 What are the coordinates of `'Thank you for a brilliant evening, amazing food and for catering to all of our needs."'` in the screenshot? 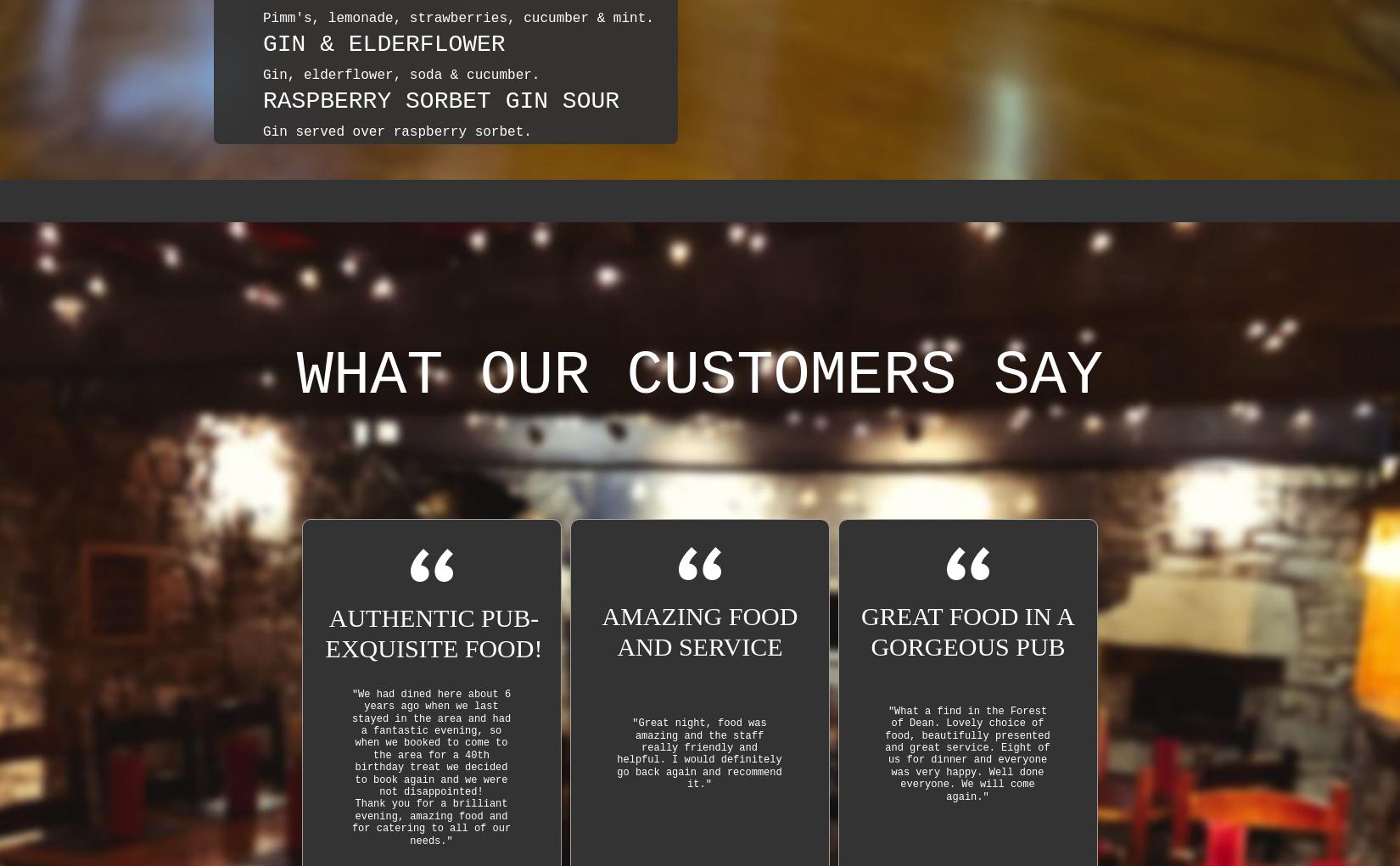 It's located at (430, 821).